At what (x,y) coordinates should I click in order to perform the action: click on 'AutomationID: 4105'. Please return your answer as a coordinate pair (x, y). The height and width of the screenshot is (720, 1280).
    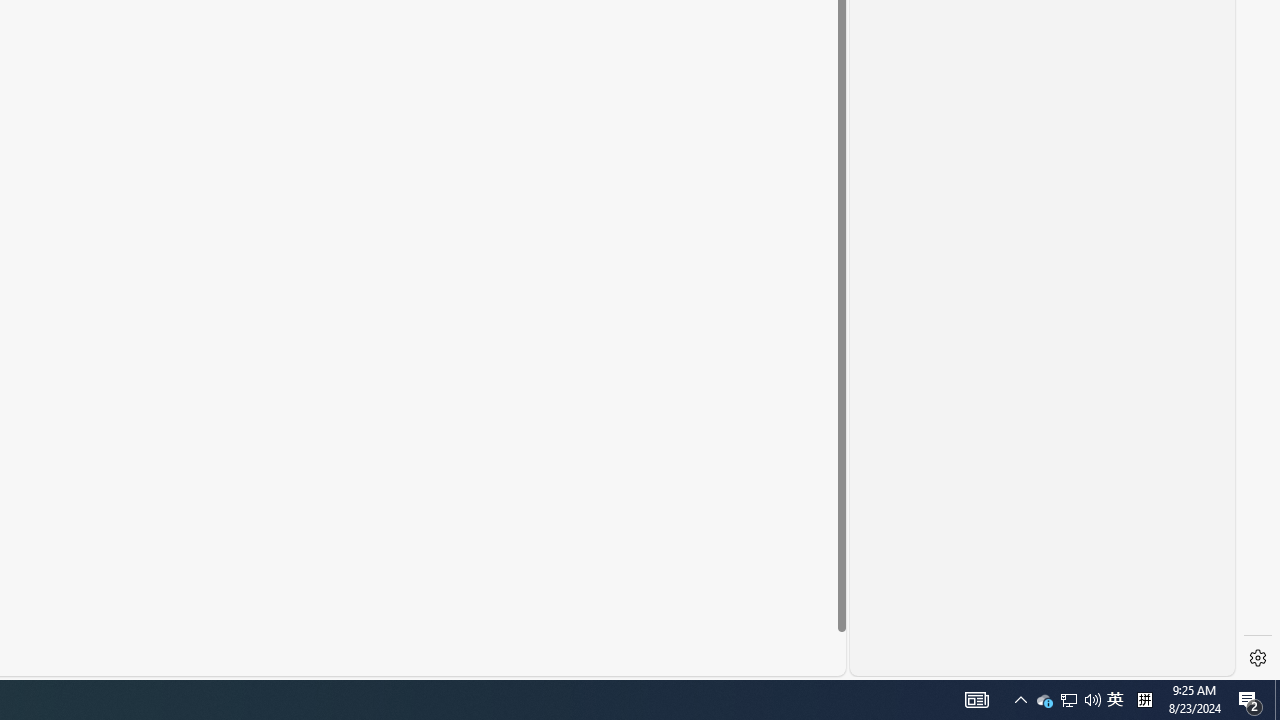
    Looking at the image, I should click on (977, 698).